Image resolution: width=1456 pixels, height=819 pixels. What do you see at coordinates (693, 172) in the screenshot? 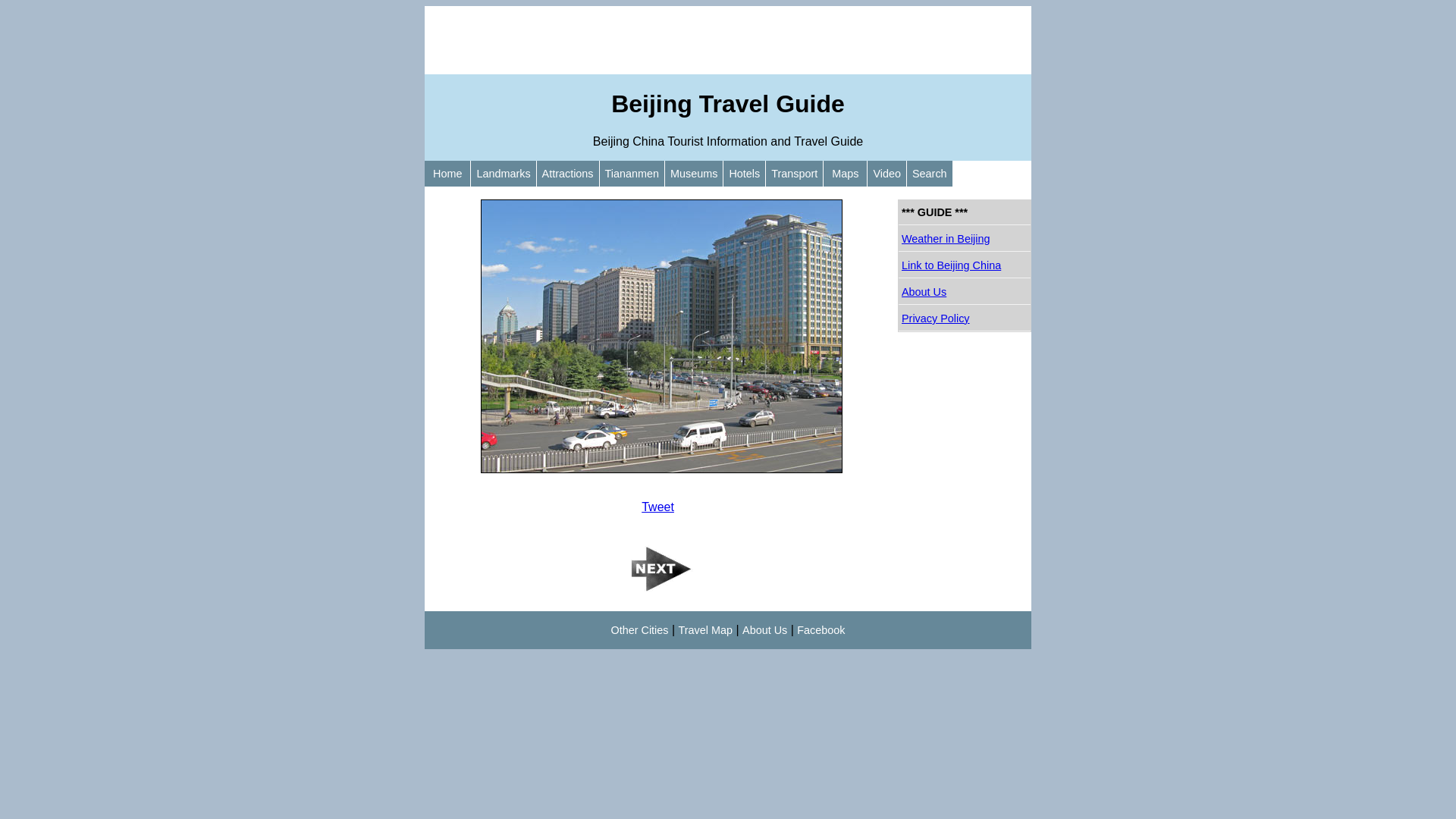
I see `'Museums'` at bounding box center [693, 172].